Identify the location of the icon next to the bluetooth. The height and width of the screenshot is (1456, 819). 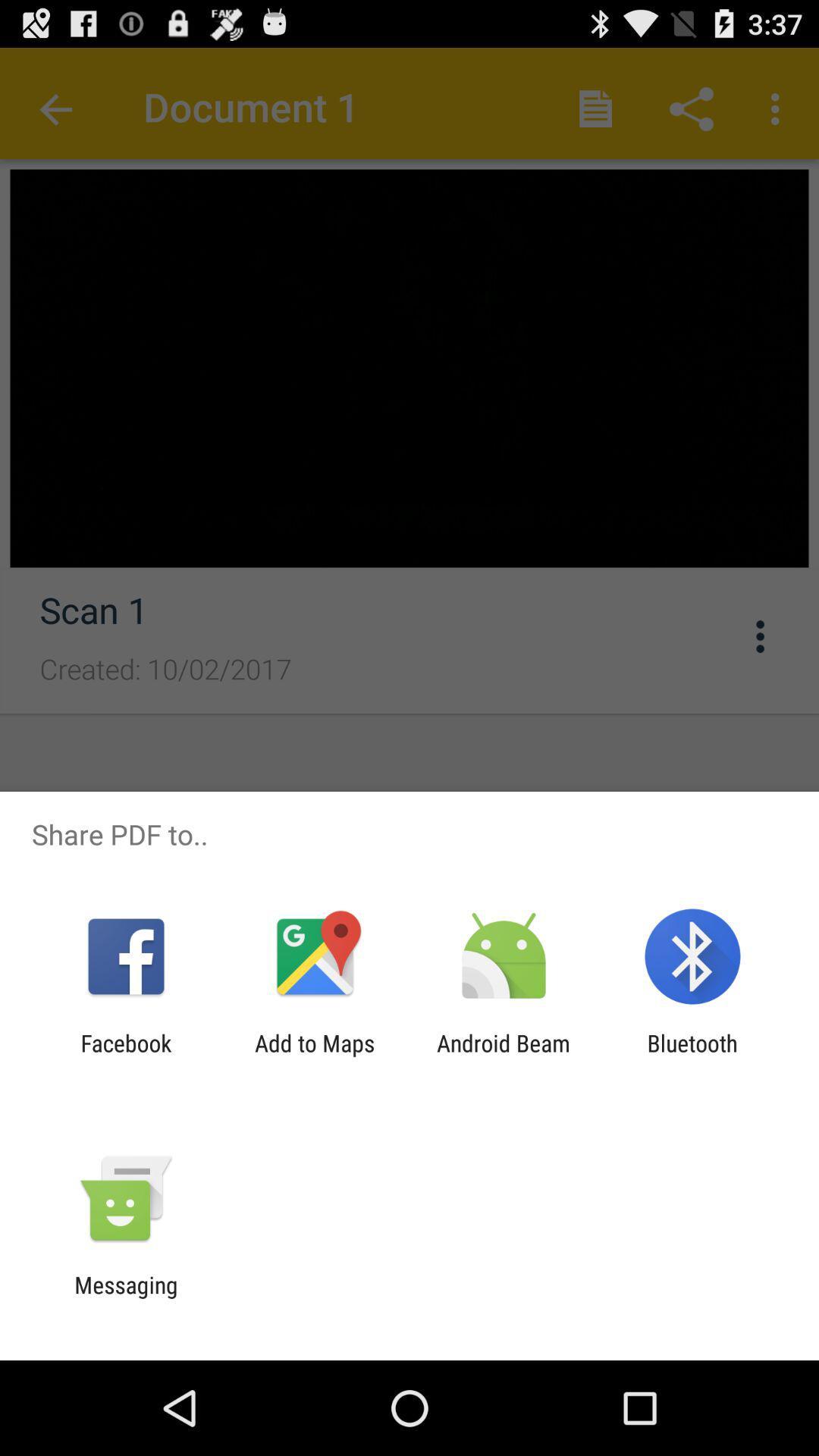
(504, 1056).